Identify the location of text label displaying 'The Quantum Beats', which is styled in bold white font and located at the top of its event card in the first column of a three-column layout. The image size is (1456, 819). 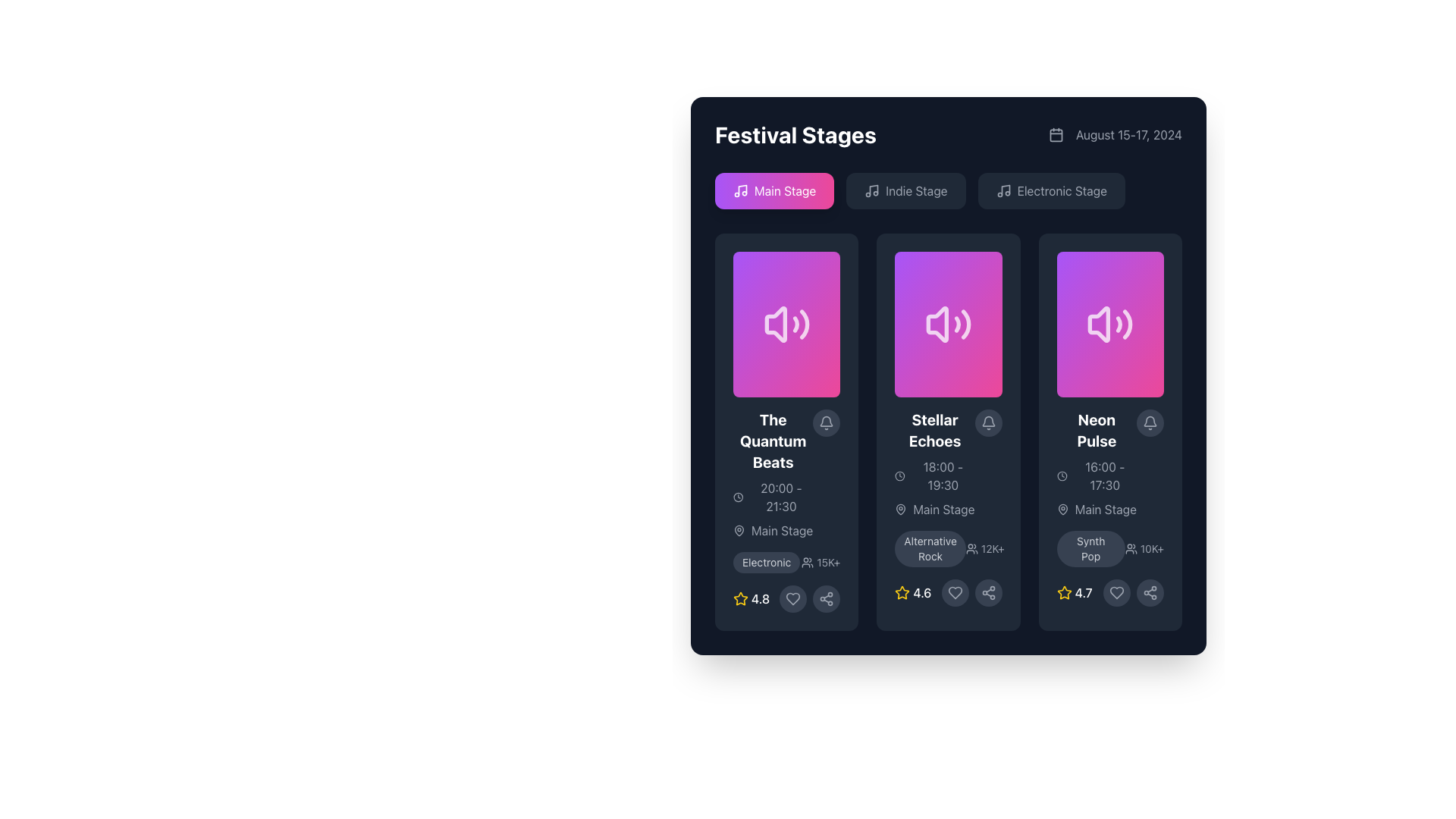
(773, 441).